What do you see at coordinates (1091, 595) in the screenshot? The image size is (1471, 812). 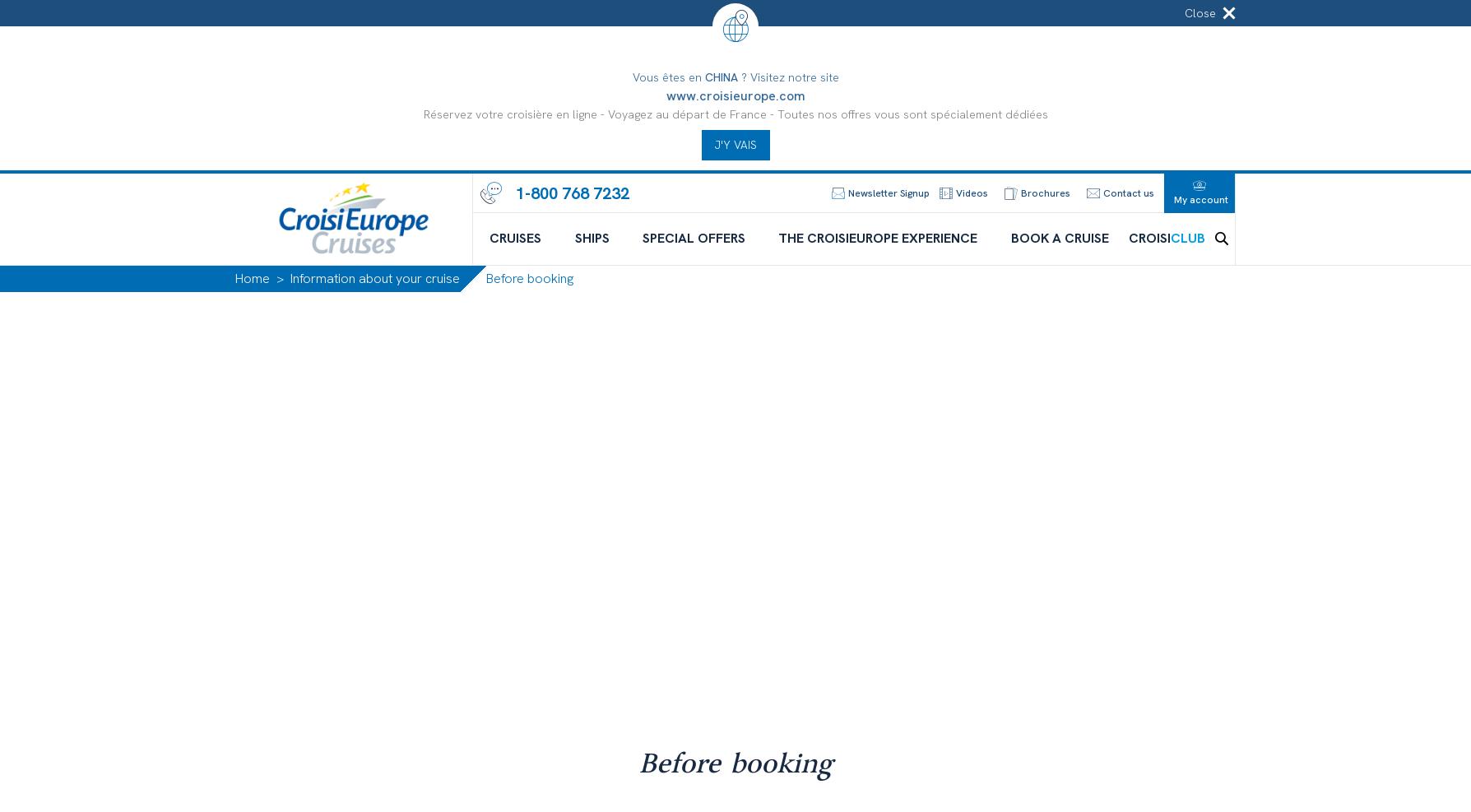 I see `'Staying before departure'` at bounding box center [1091, 595].